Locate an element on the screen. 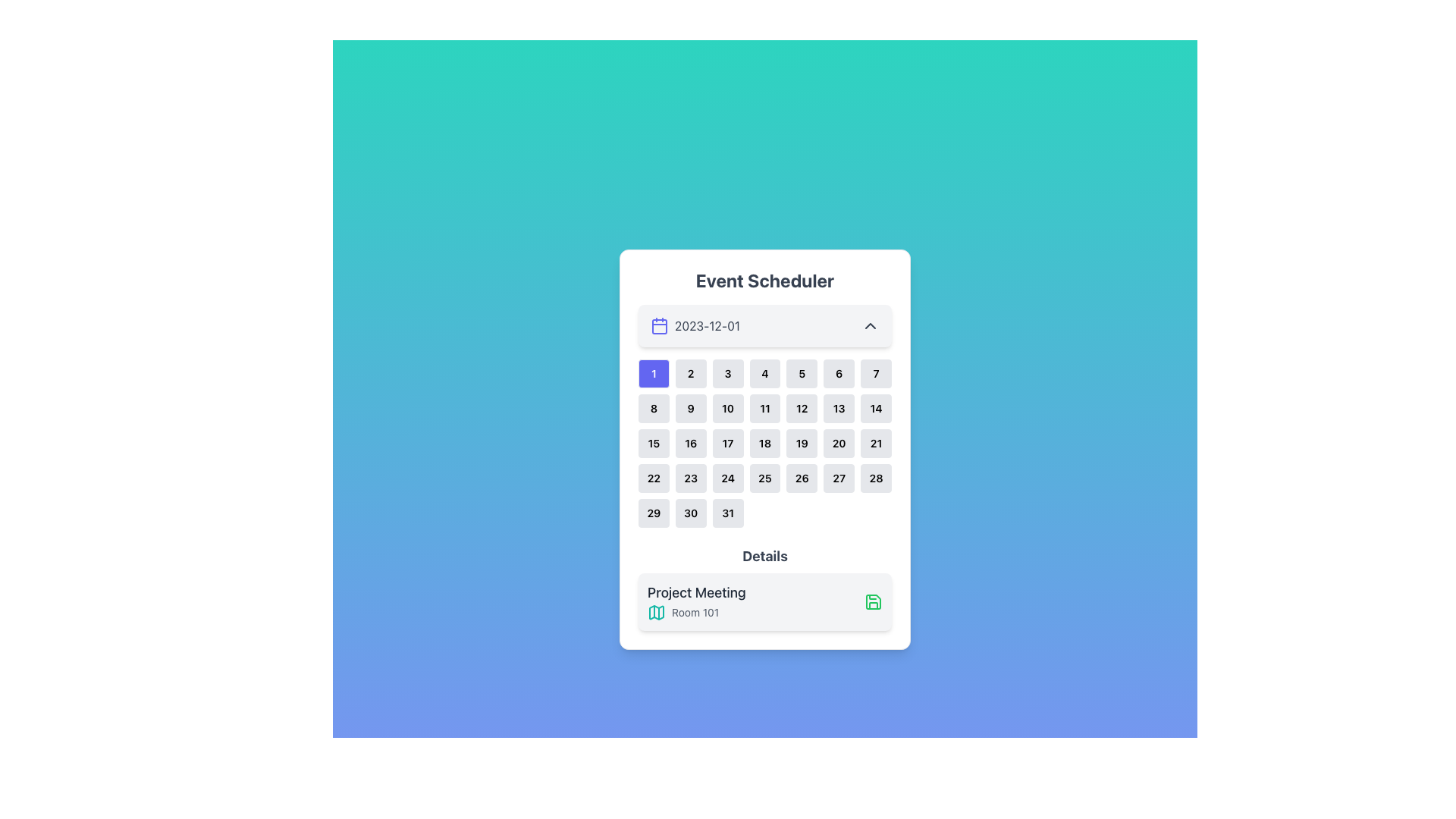  the small rectangular button displaying the number '7' in bold black text is located at coordinates (876, 374).